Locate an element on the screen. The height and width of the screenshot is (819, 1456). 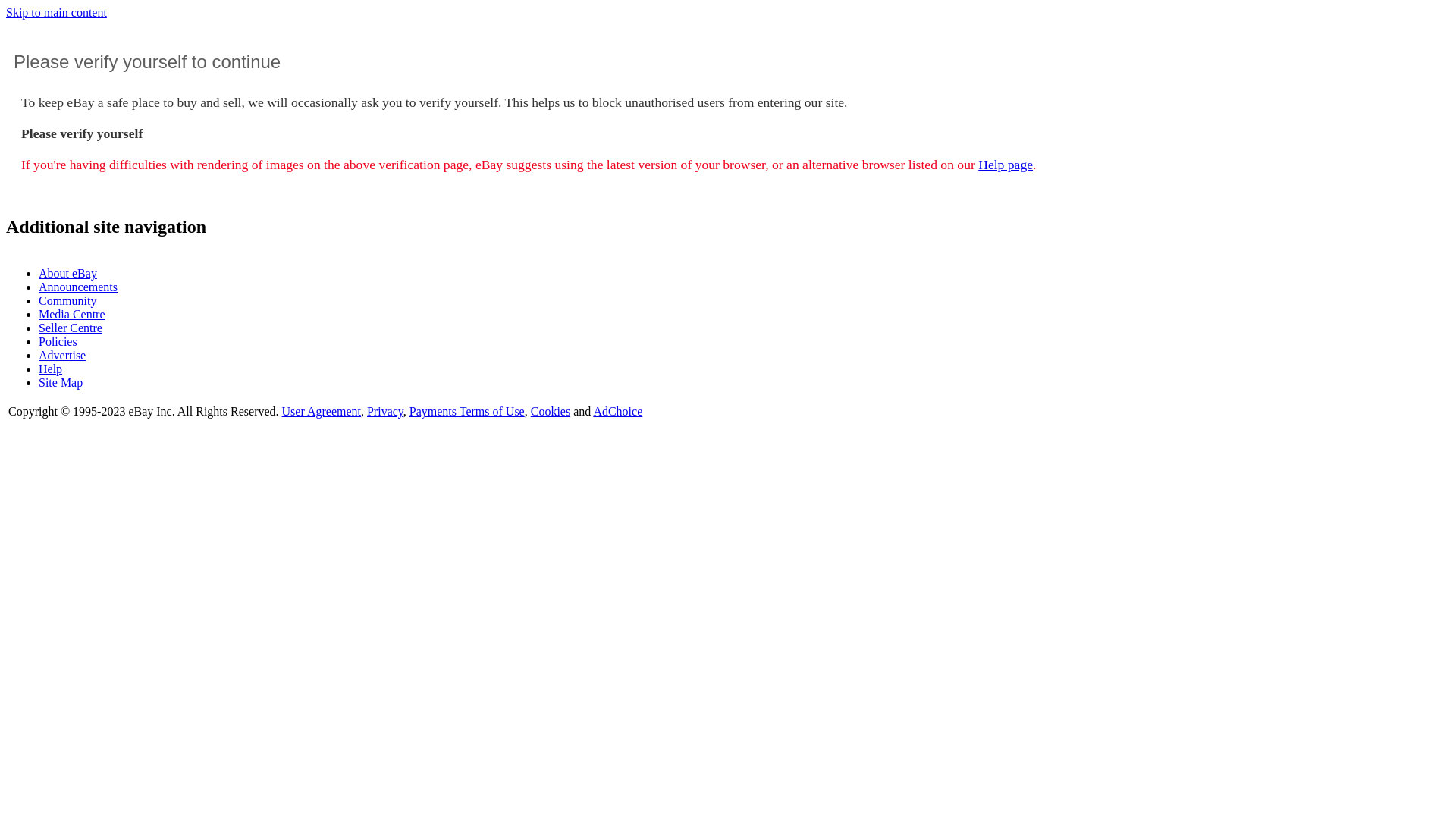
'Help page' is located at coordinates (978, 164).